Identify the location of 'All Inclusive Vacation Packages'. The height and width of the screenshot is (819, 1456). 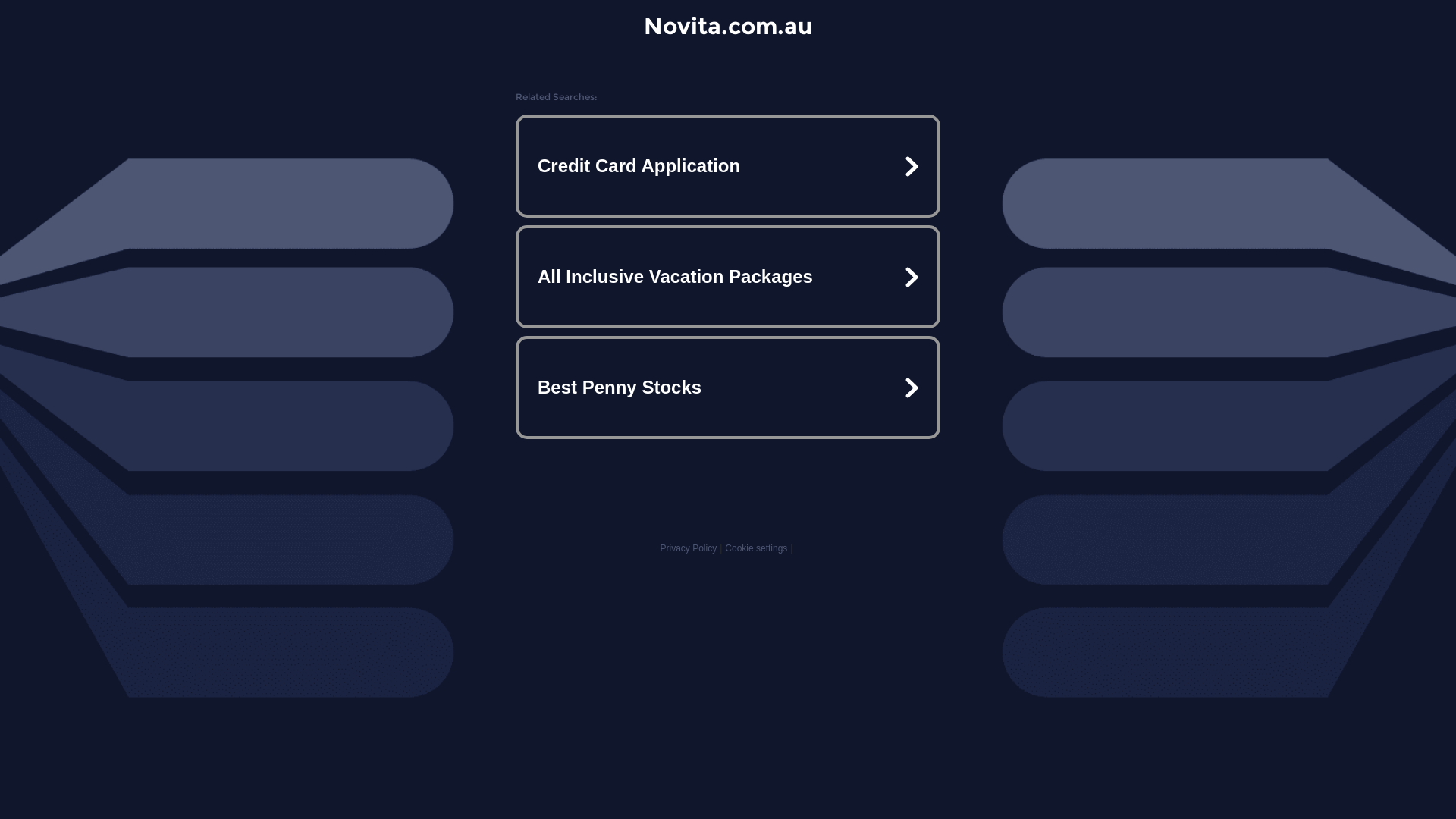
(728, 277).